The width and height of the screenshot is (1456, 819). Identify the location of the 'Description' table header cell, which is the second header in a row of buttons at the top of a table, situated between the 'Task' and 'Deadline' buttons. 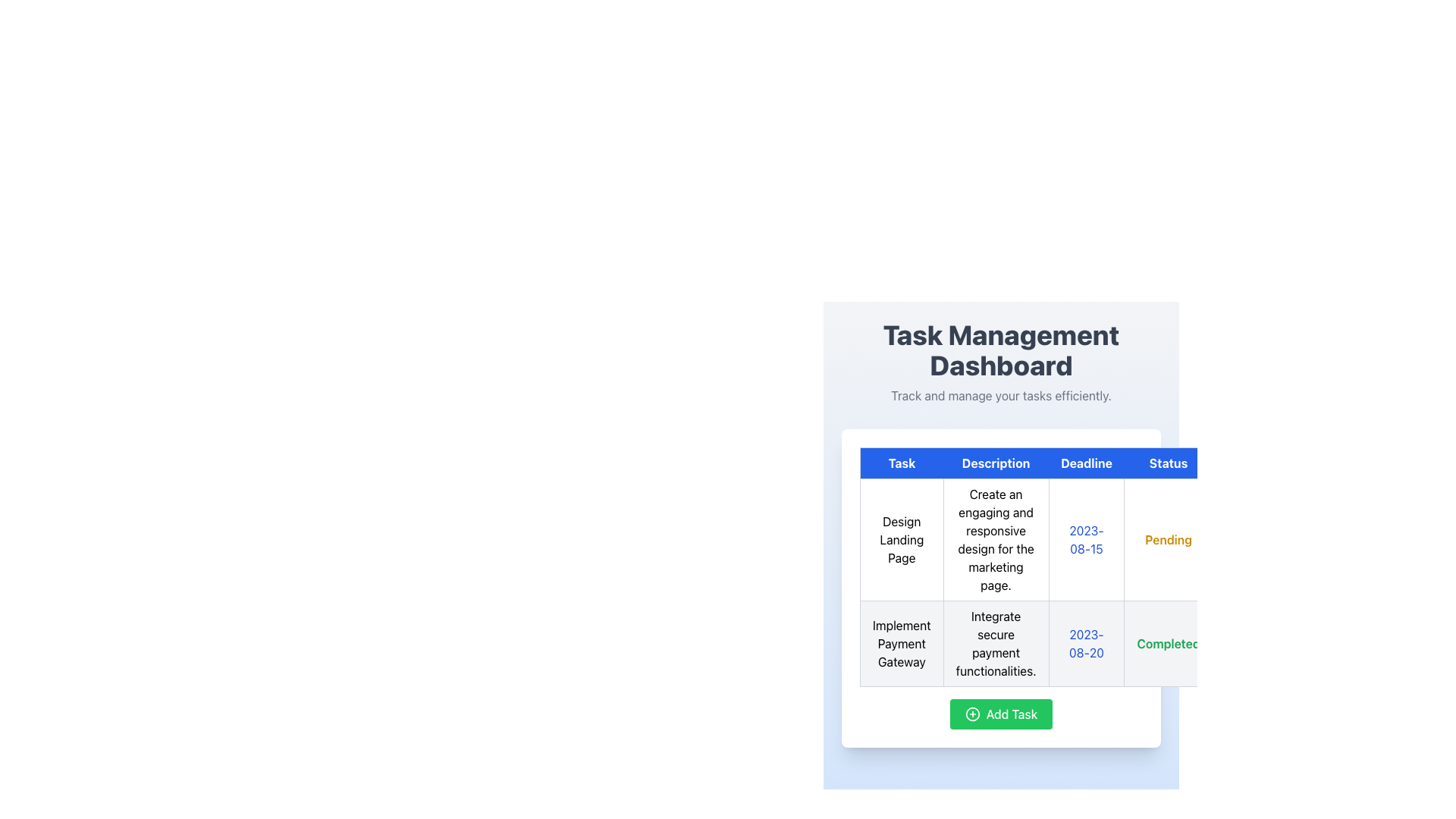
(996, 462).